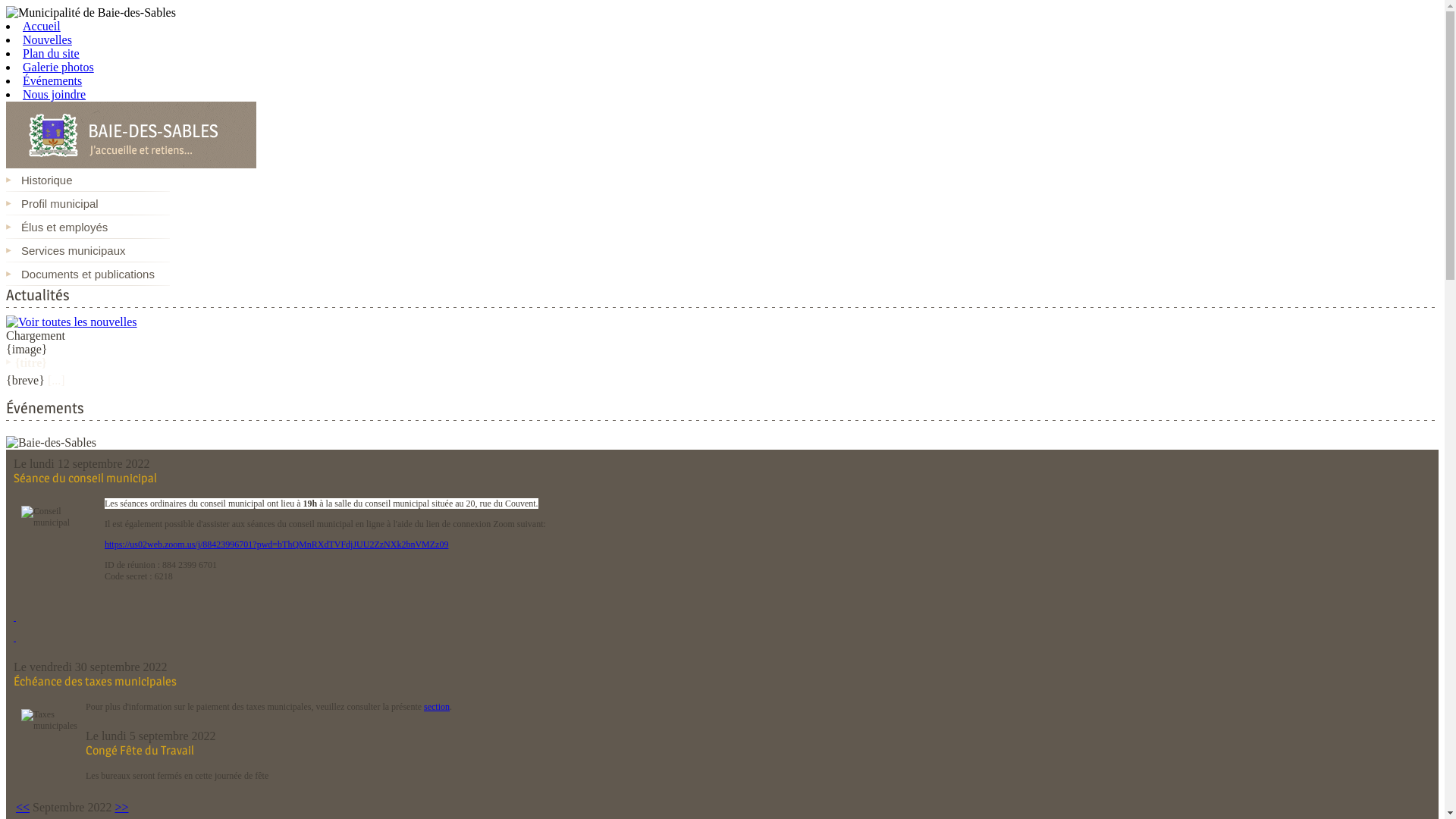 The height and width of the screenshot is (819, 1456). I want to click on ' ', so click(14, 637).